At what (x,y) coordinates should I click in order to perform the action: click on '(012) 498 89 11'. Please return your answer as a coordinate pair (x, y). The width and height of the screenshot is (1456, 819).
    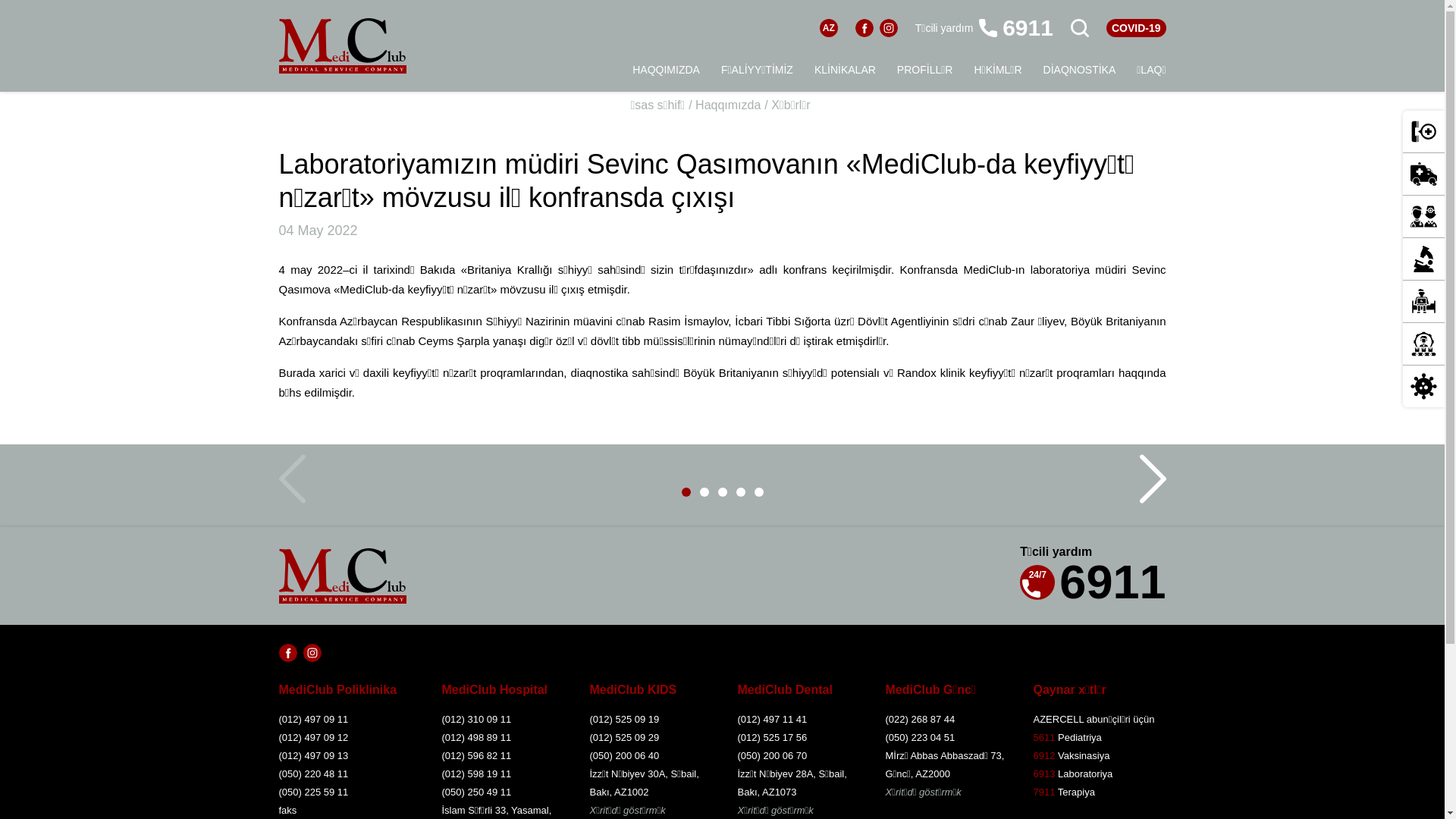
    Looking at the image, I should click on (440, 736).